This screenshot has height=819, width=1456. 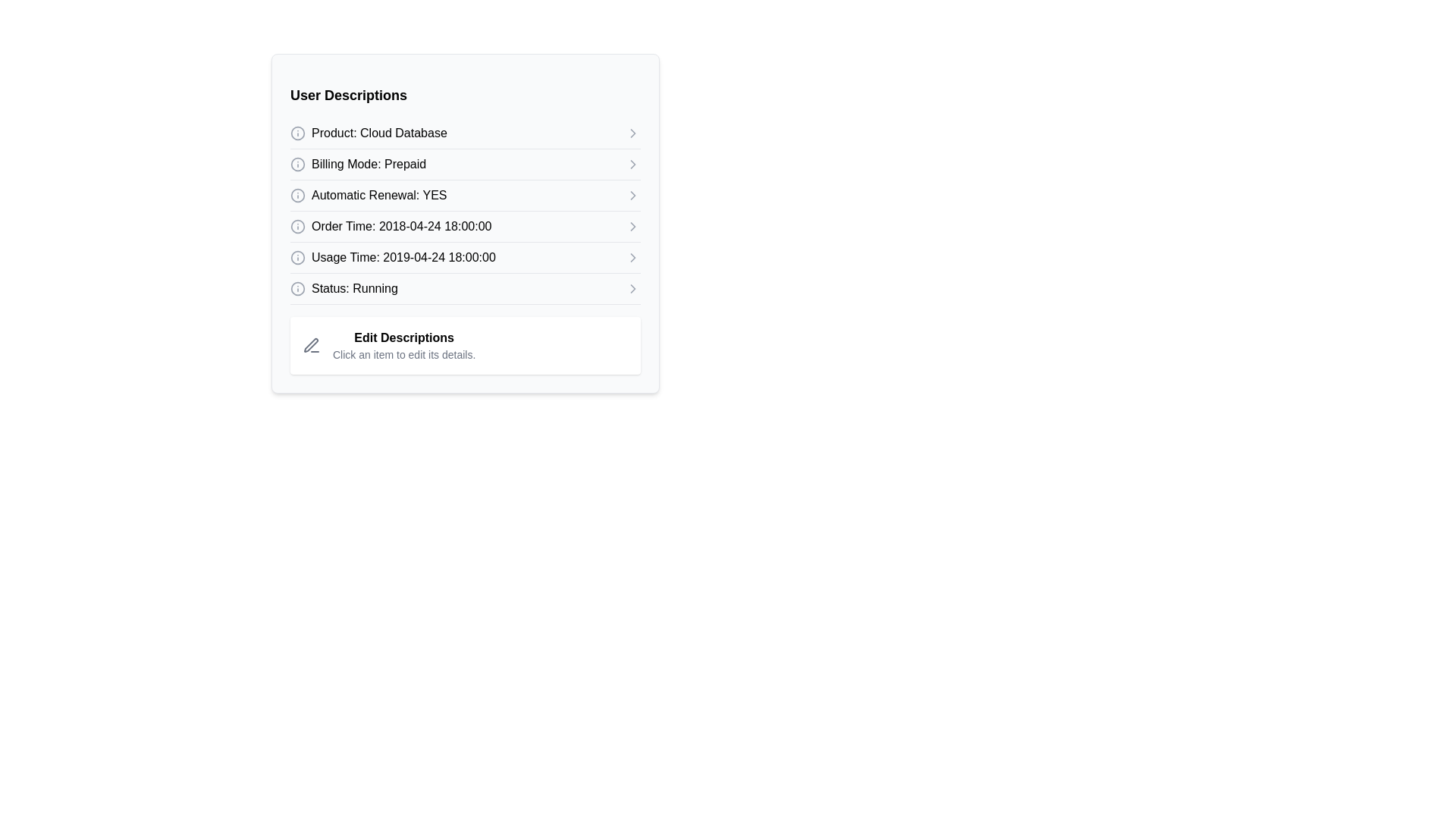 What do you see at coordinates (404, 354) in the screenshot?
I see `the gray instructional text 'Click an item to edit its details.' located below the bold header 'Edit Descriptions' in the lower section of the information panel` at bounding box center [404, 354].